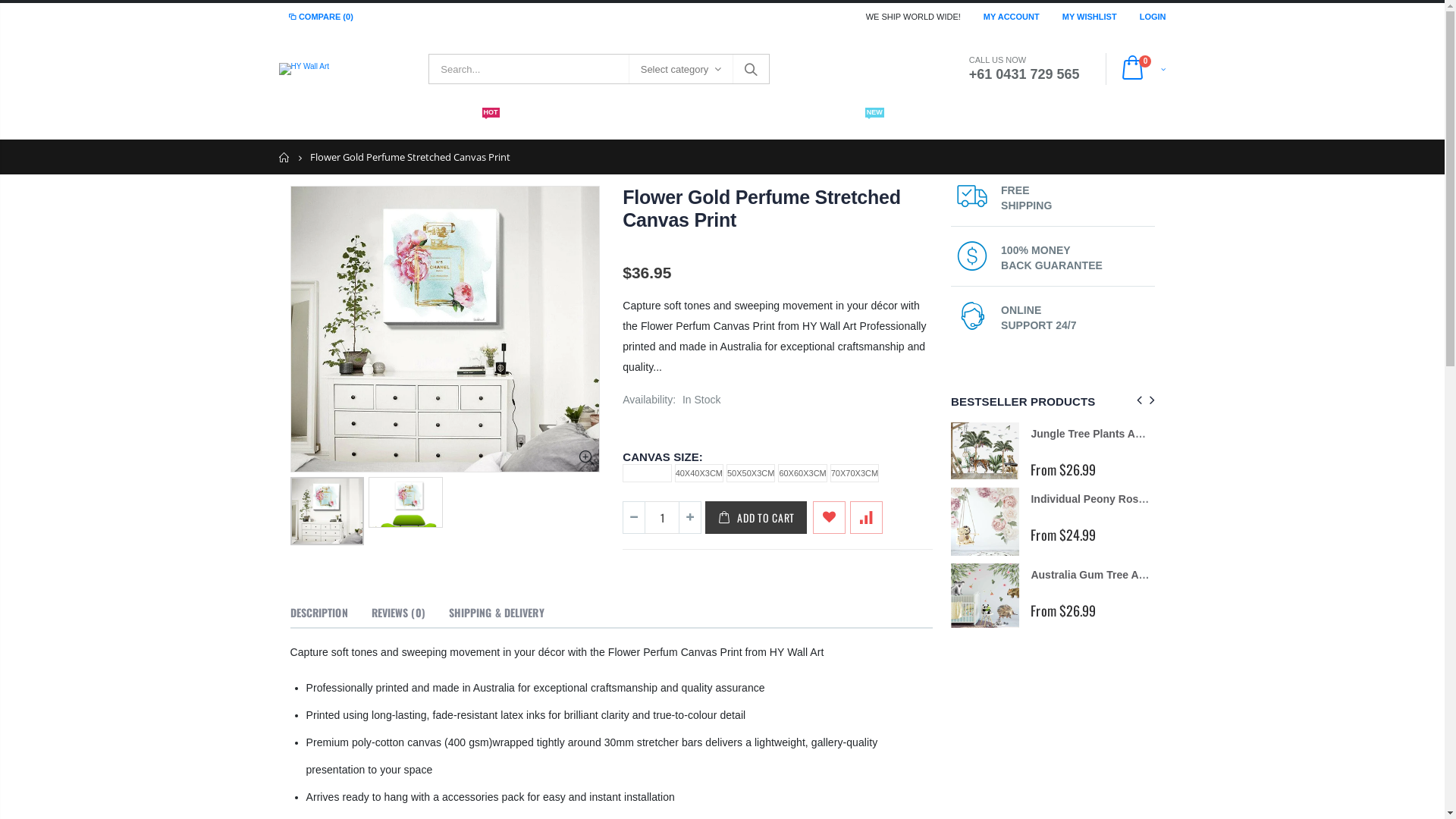  Describe the element at coordinates (1153, 15) in the screenshot. I see `'LOGIN'` at that location.